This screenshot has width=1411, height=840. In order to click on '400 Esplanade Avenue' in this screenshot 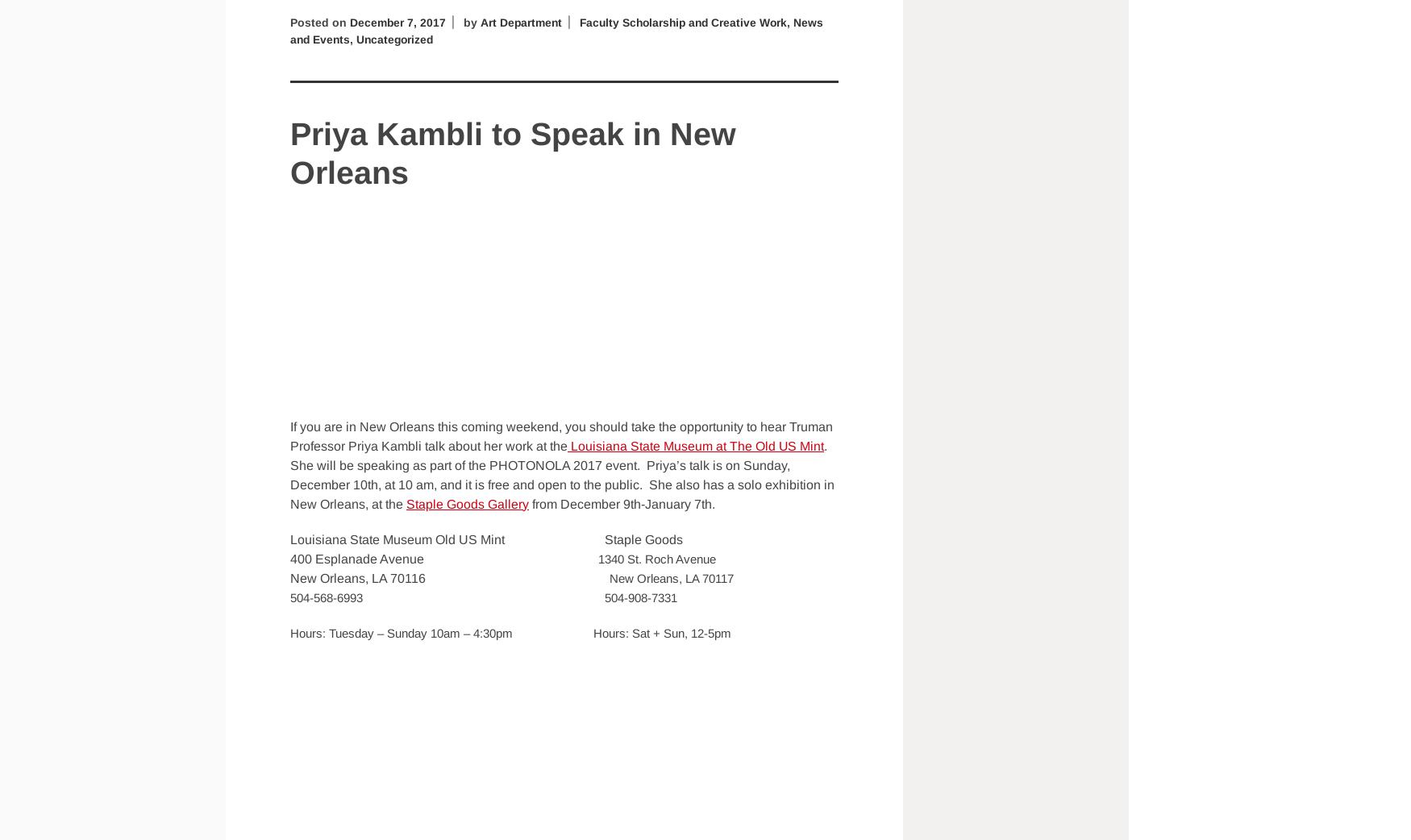, I will do `click(443, 558)`.